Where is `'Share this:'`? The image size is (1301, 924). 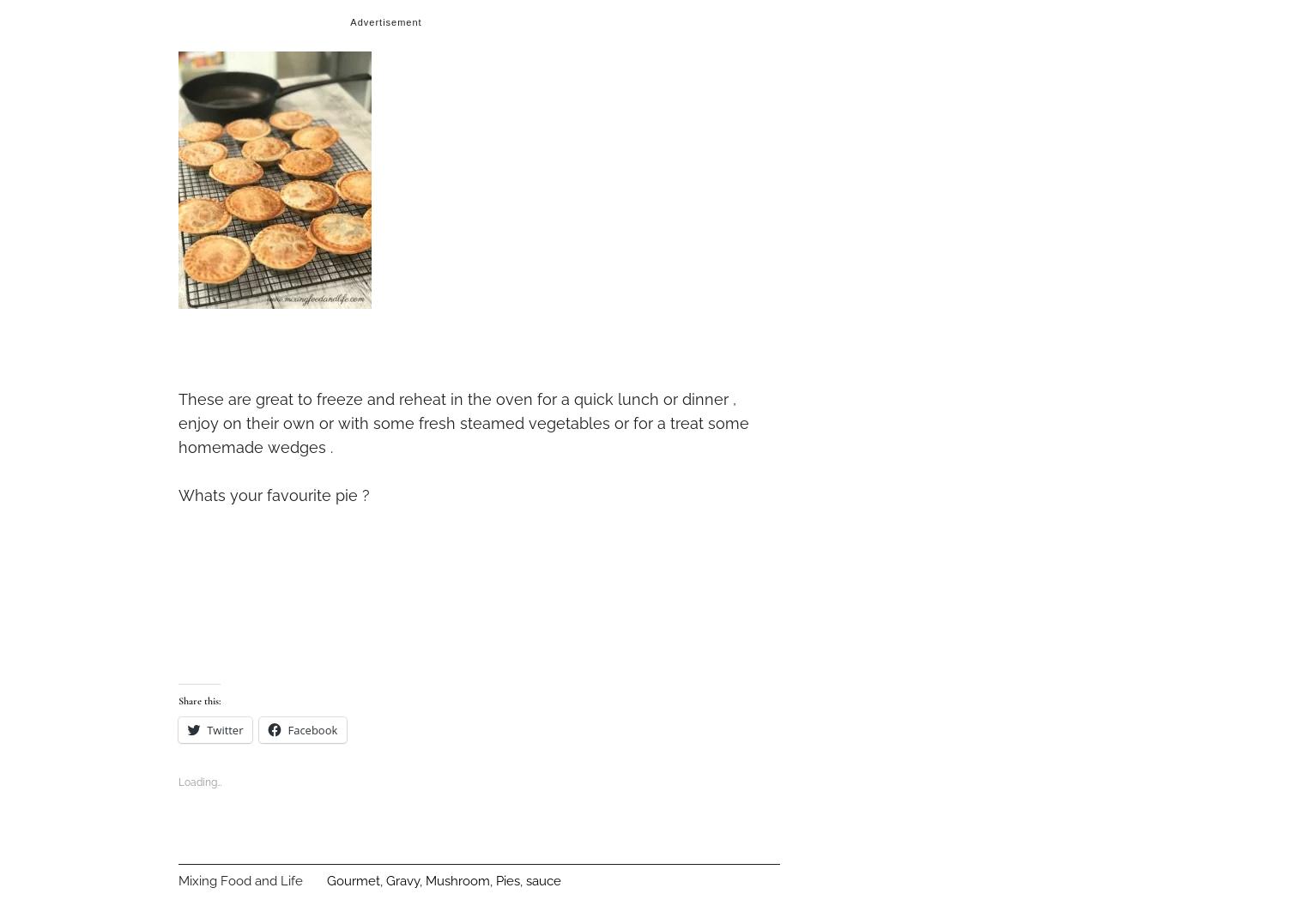
'Share this:' is located at coordinates (199, 700).